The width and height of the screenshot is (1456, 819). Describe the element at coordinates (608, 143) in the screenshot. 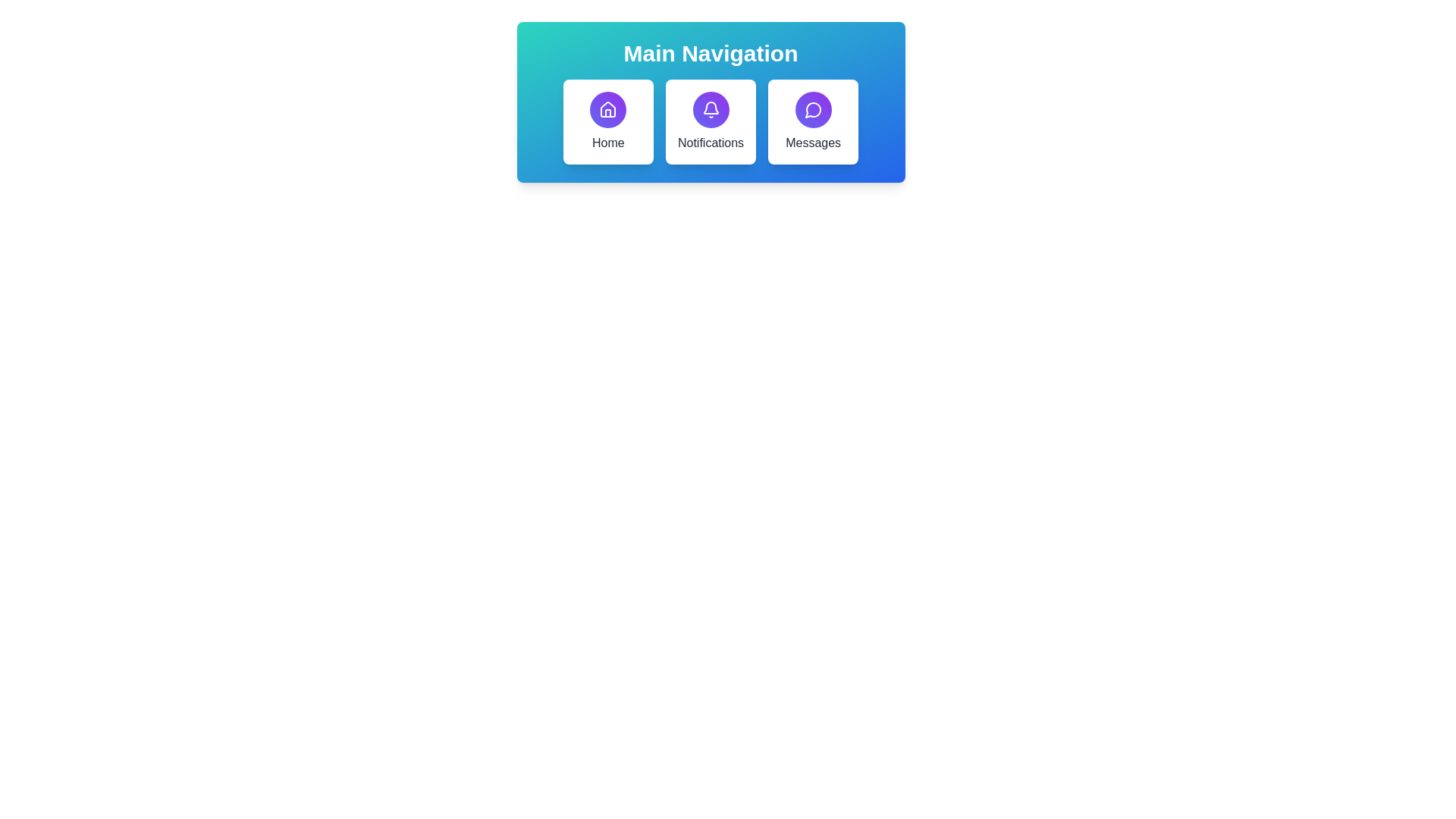

I see `the 'Home' text label that designates functionality in the navigation menu, located centrally below the house icon` at that location.